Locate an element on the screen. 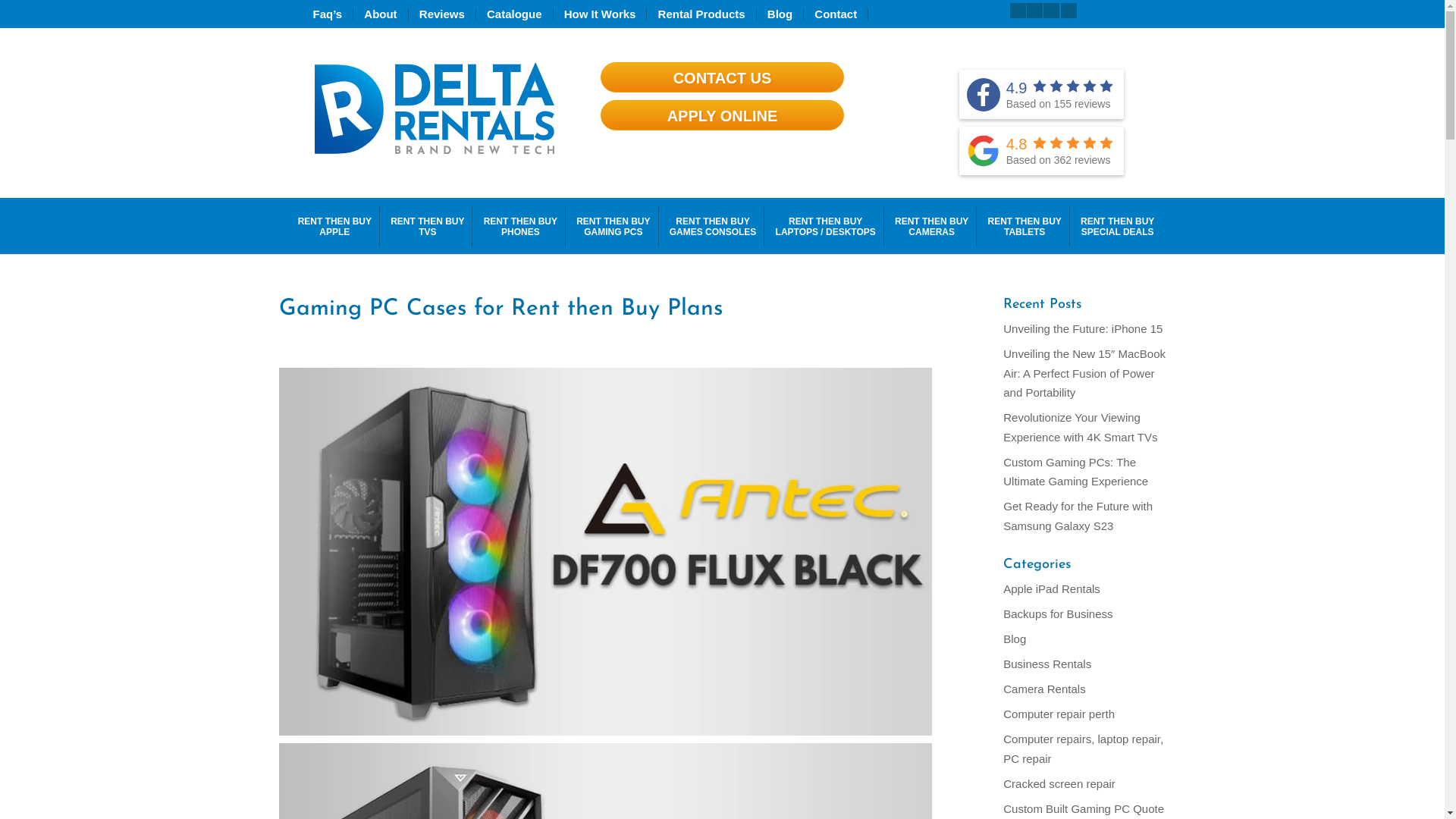 Image resolution: width=1456 pixels, height=819 pixels. 'RENT THEN BUY is located at coordinates (930, 227).